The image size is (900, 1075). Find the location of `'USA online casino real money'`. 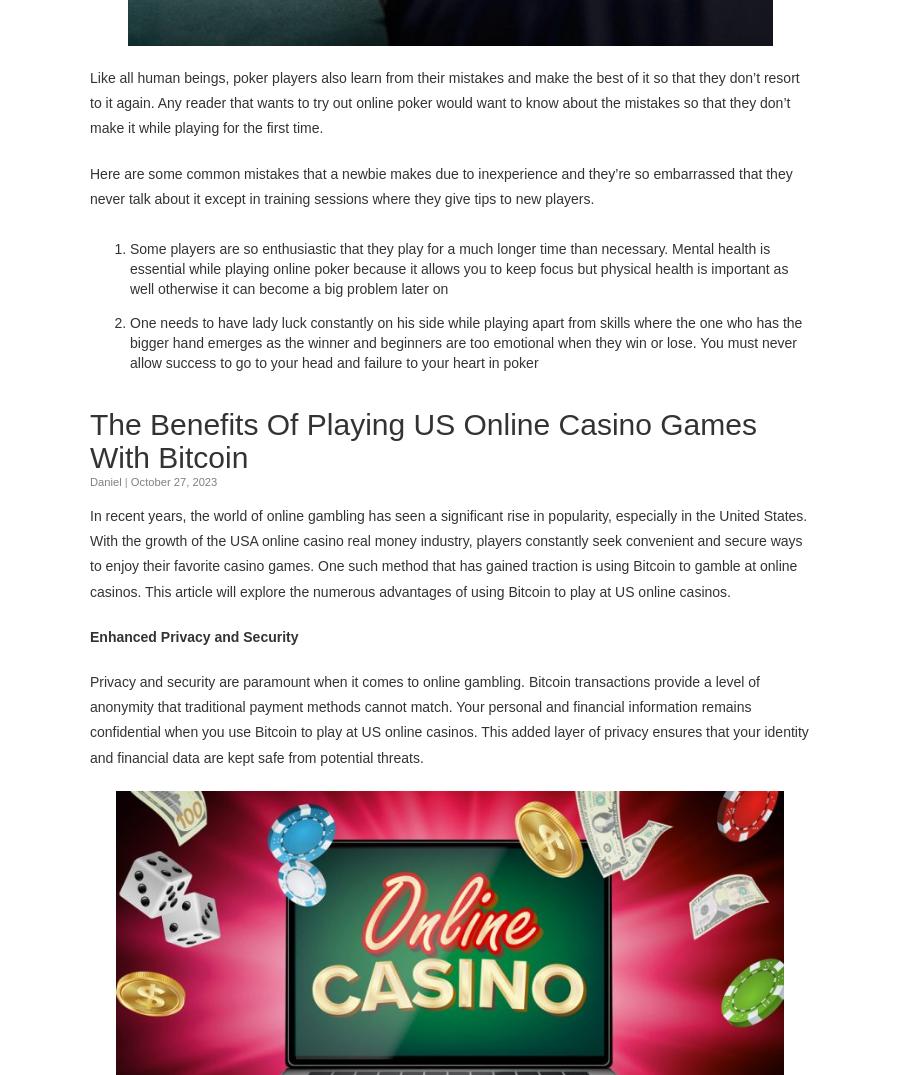

'USA online casino real money' is located at coordinates (322, 539).